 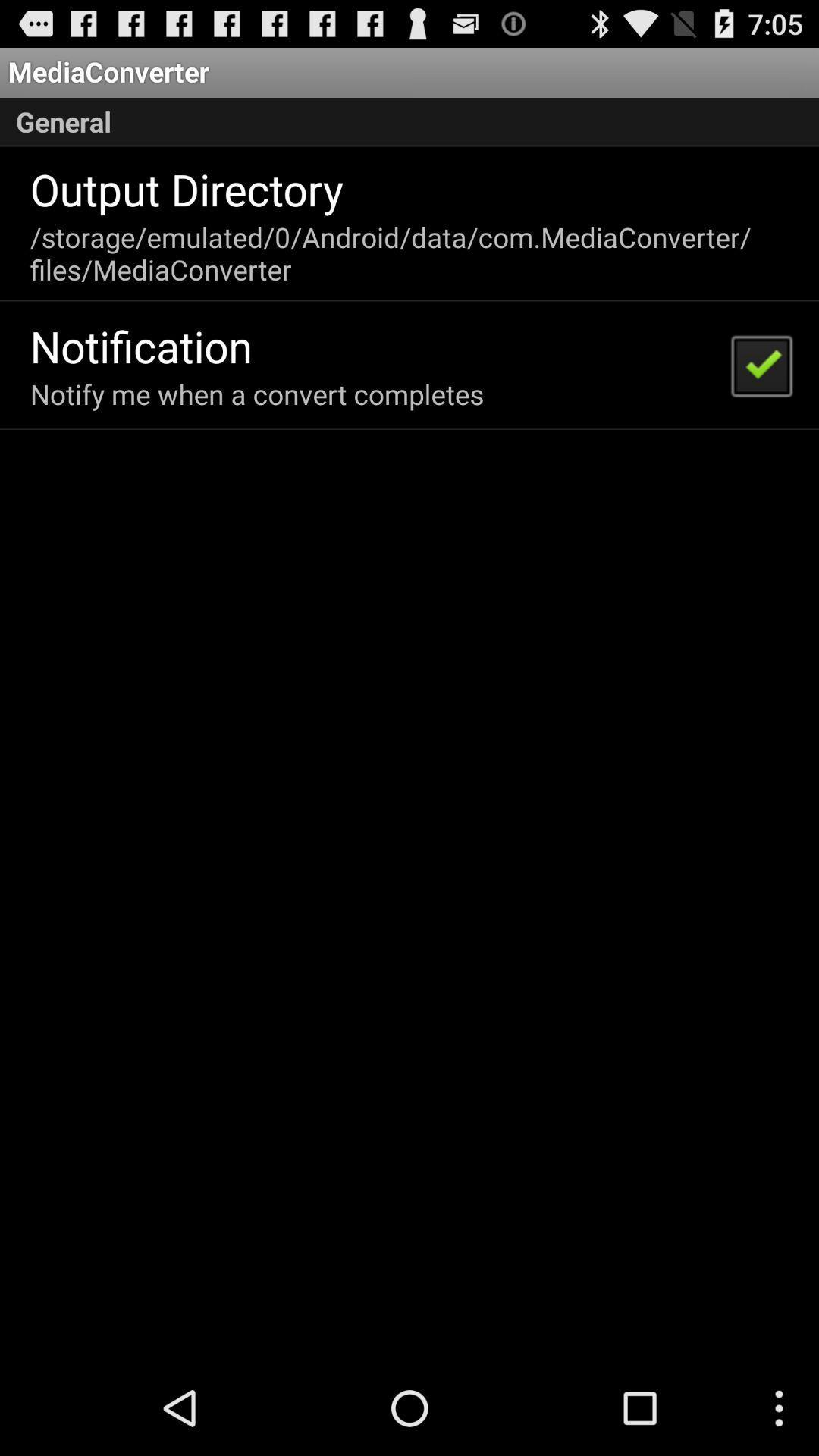 I want to click on icon above the storage emulated 0 icon, so click(x=186, y=188).